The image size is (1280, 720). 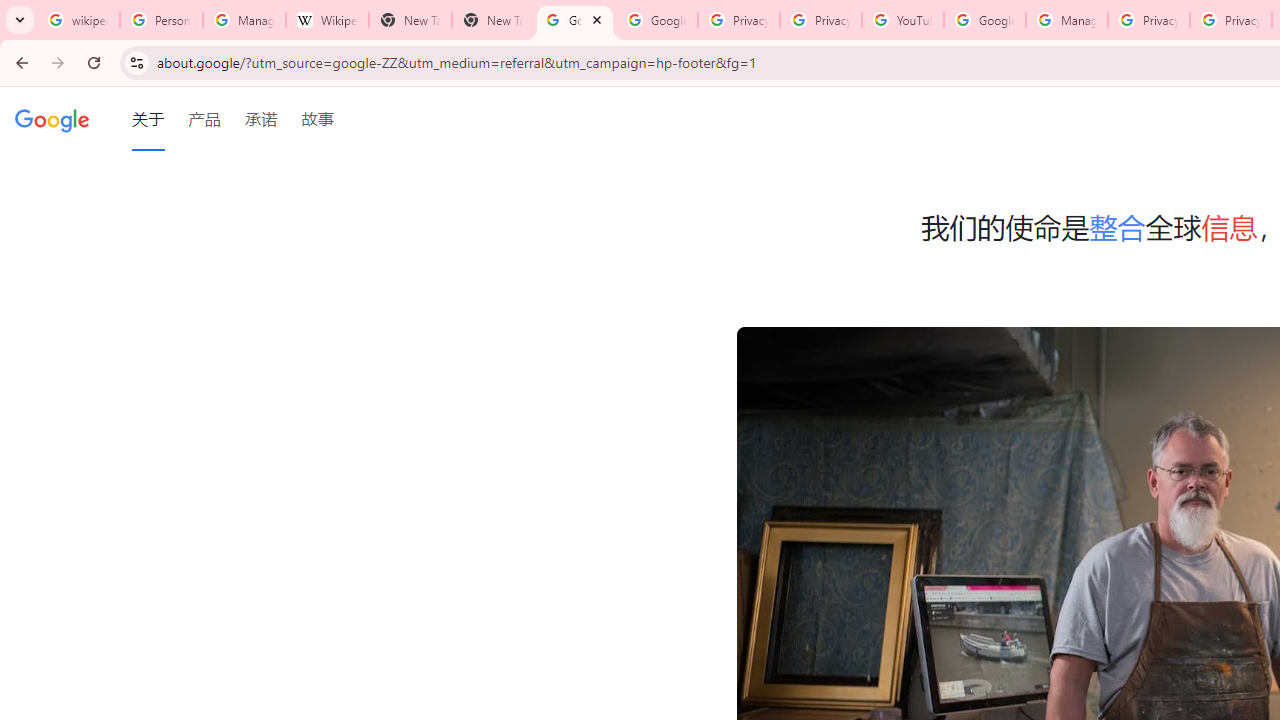 I want to click on 'Close', so click(x=595, y=19).